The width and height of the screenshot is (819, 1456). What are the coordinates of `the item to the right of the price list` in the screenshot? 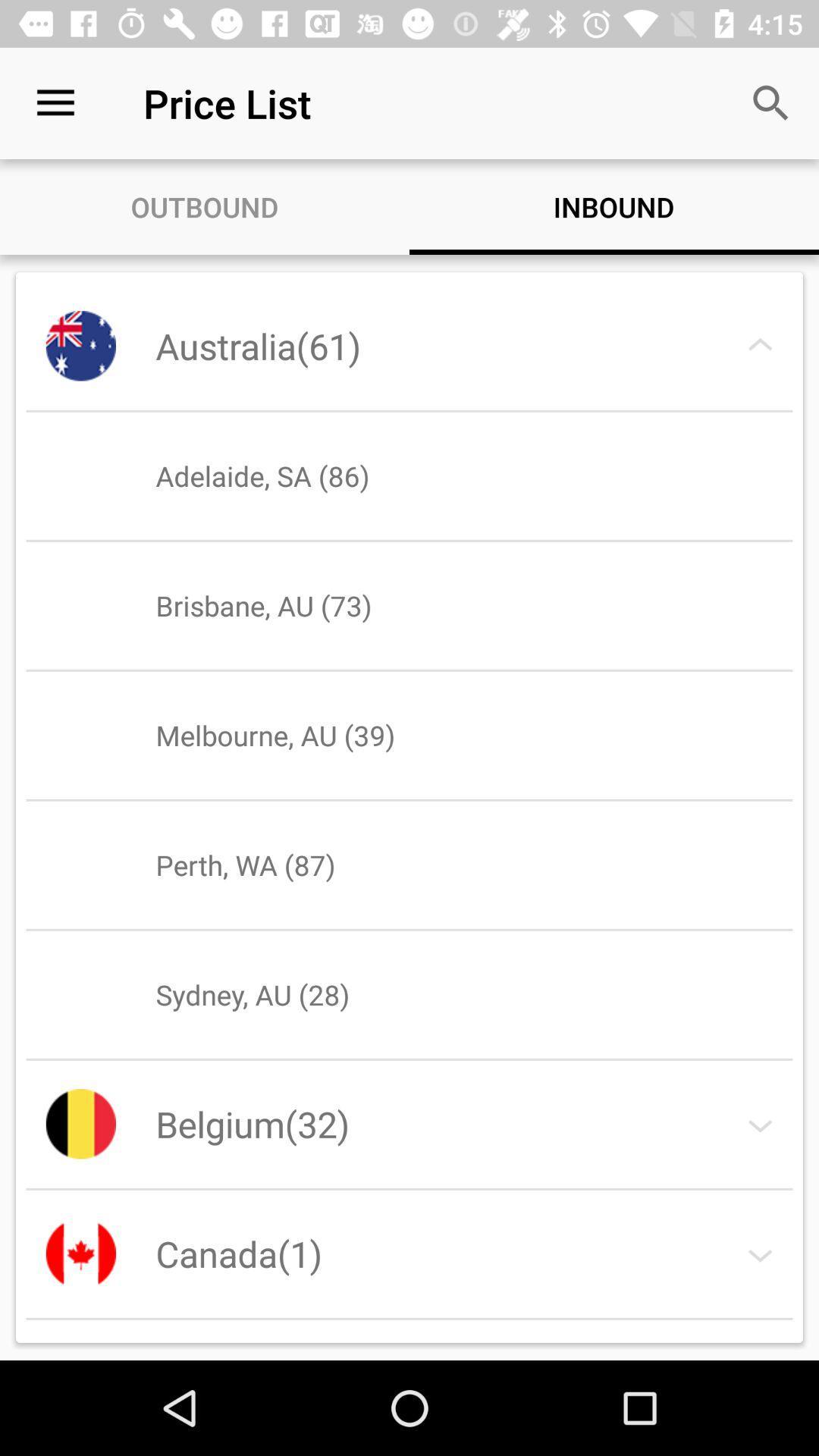 It's located at (771, 102).